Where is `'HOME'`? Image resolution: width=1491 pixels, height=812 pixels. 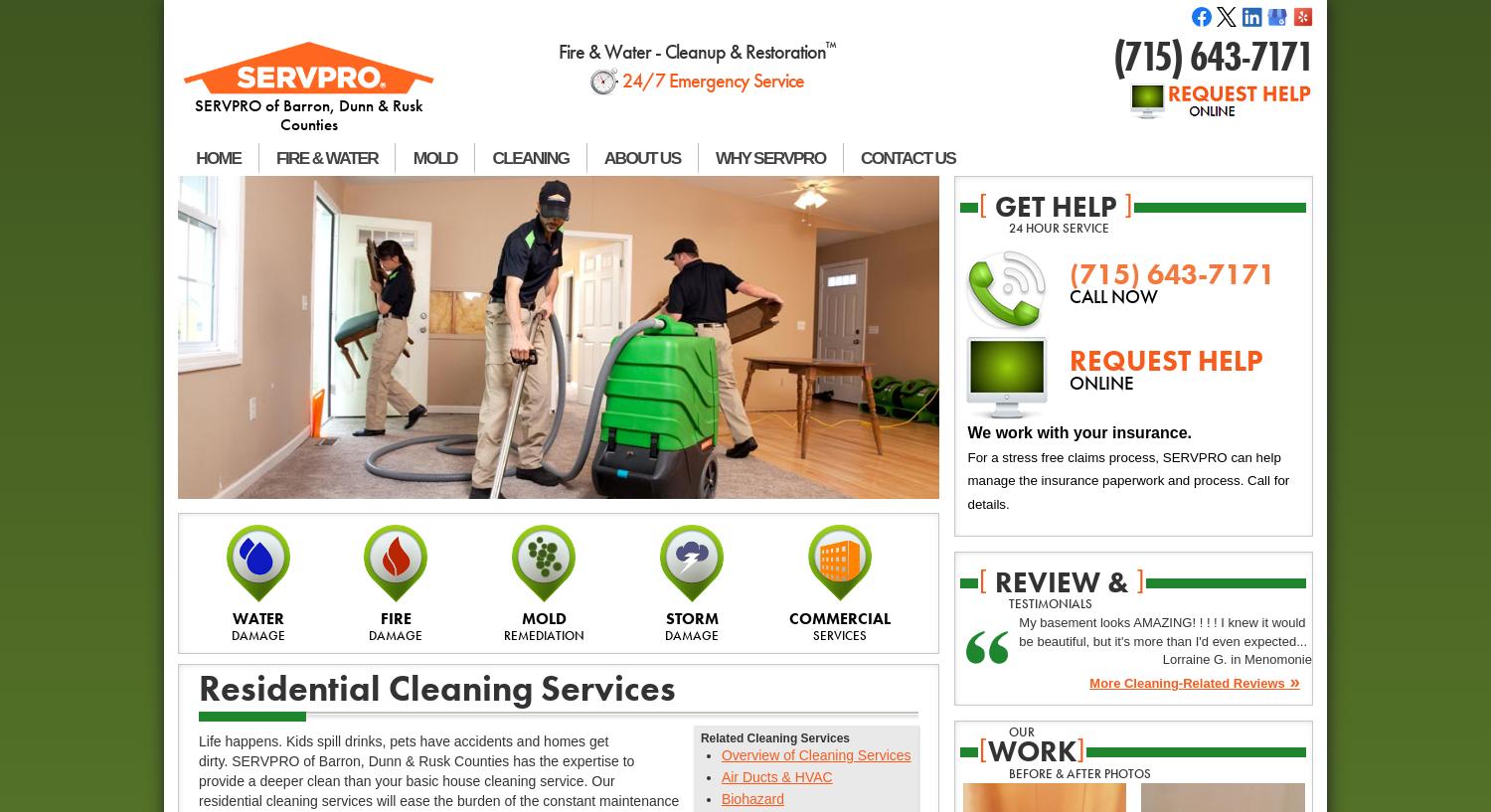 'HOME' is located at coordinates (217, 157).